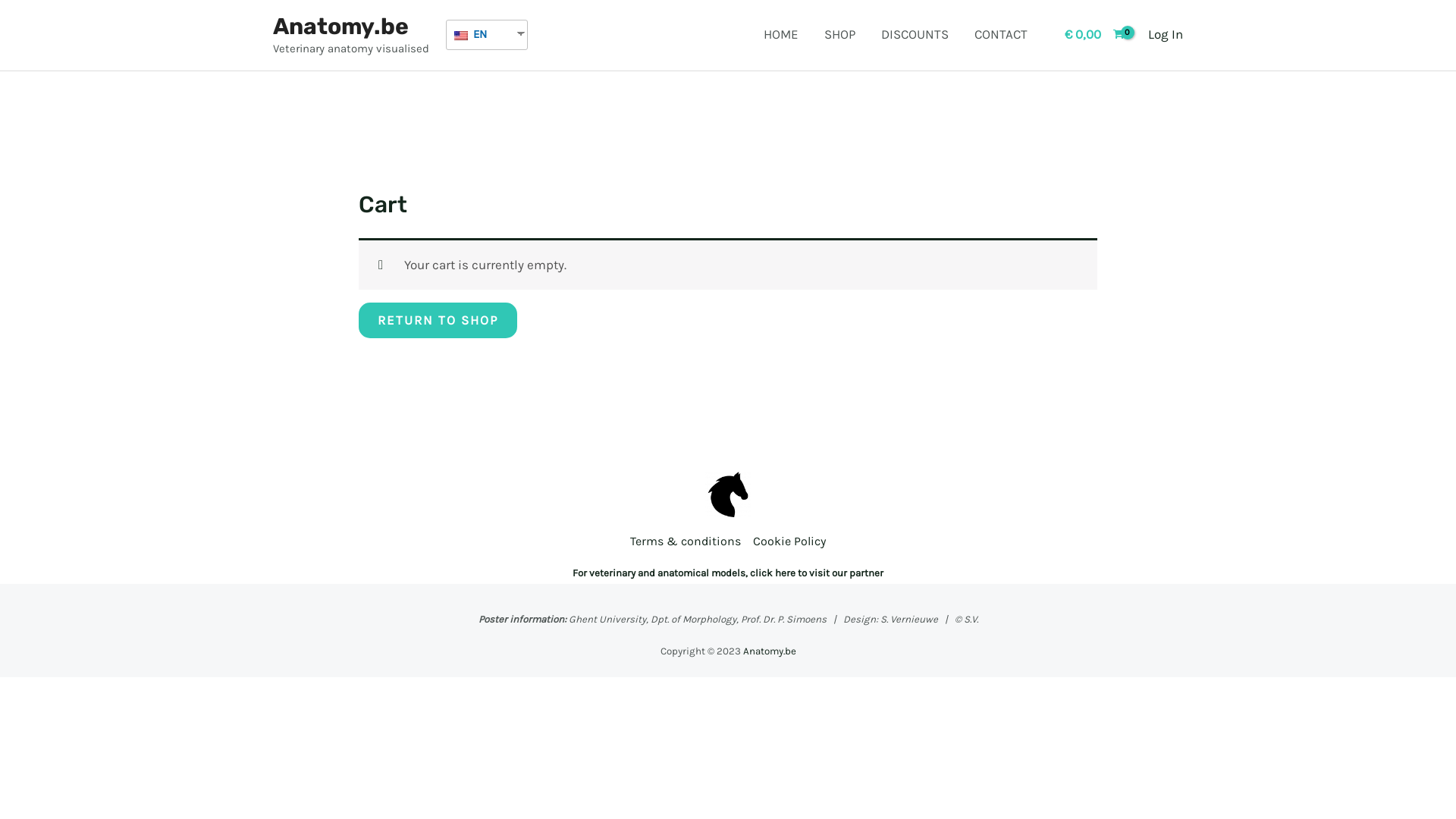 This screenshot has height=819, width=1456. What do you see at coordinates (460, 34) in the screenshot?
I see `'English'` at bounding box center [460, 34].